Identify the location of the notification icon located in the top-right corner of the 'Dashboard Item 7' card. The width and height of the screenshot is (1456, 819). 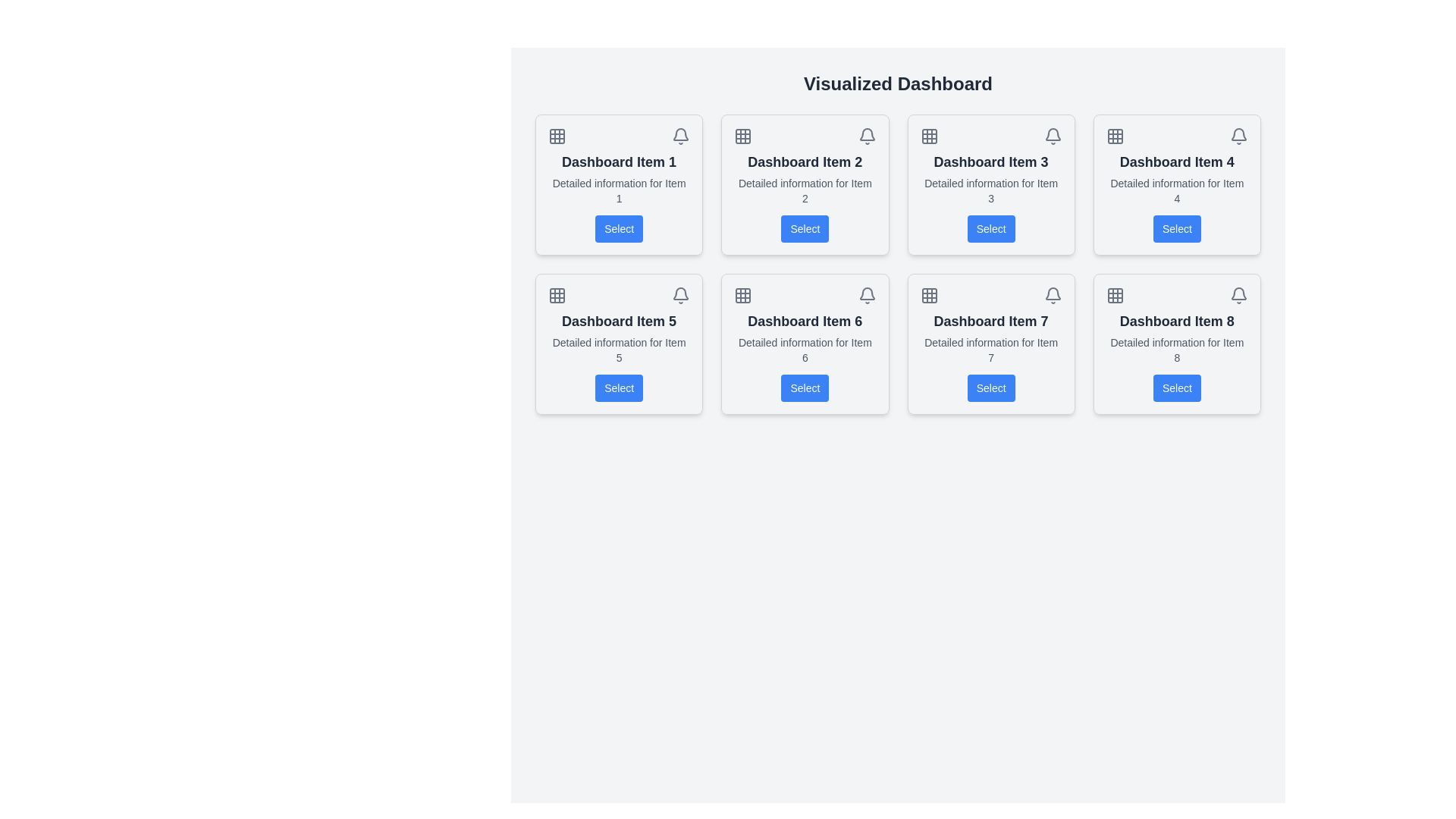
(1052, 295).